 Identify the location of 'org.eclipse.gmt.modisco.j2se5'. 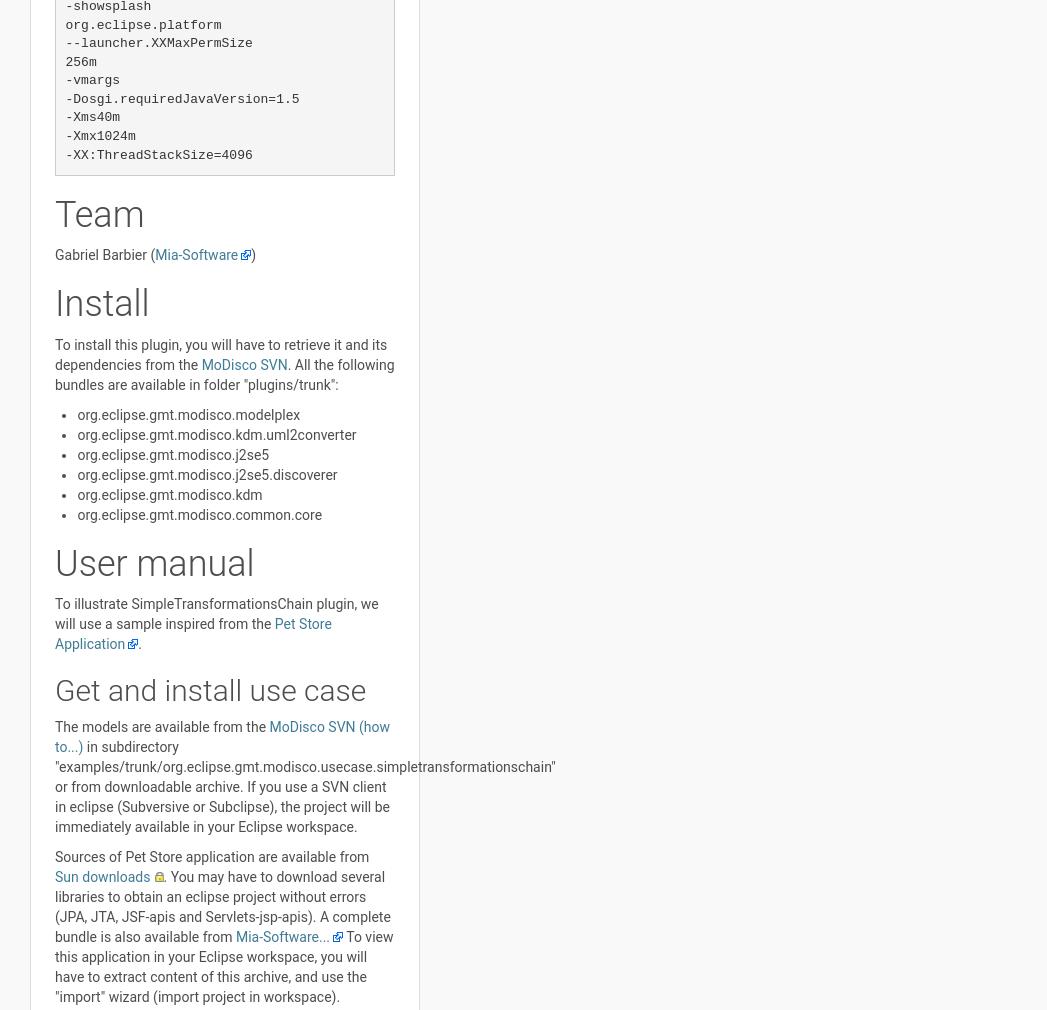
(172, 453).